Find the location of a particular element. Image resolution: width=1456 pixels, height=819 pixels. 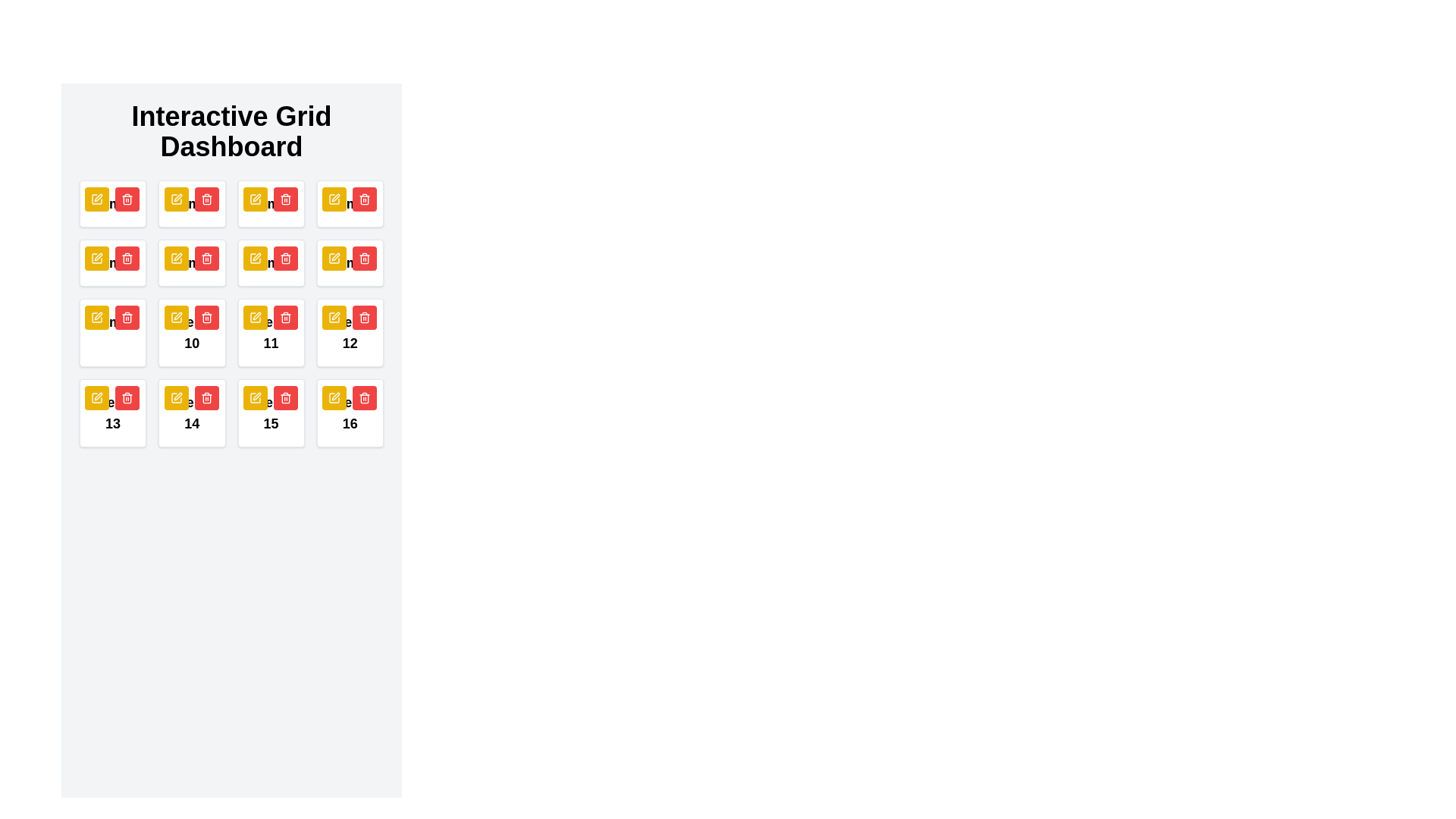

the edit button located in the first row and first column of the 'Interactive Grid Dashboard' is located at coordinates (255, 257).